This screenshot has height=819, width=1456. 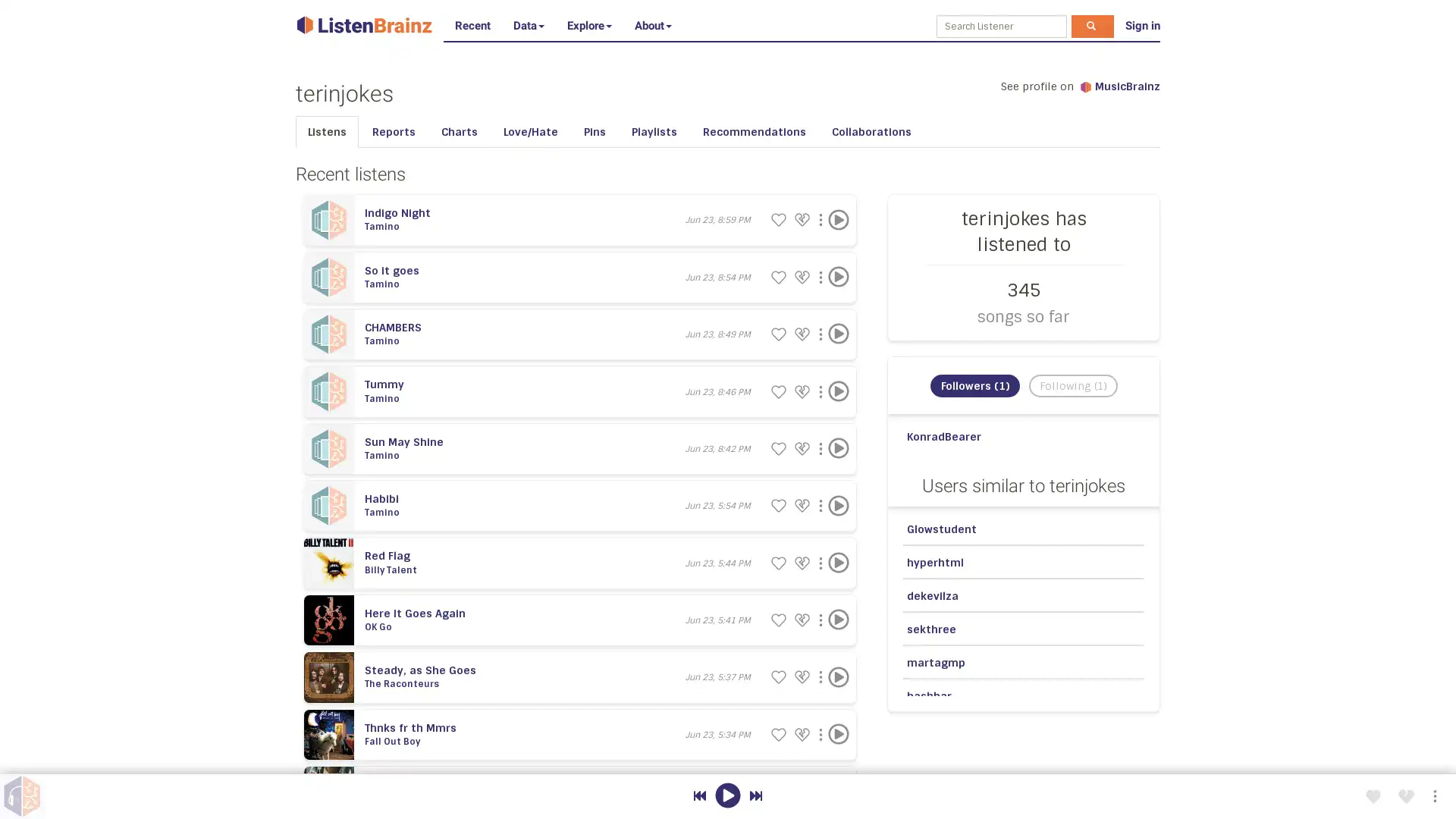 I want to click on Play, so click(x=837, y=733).